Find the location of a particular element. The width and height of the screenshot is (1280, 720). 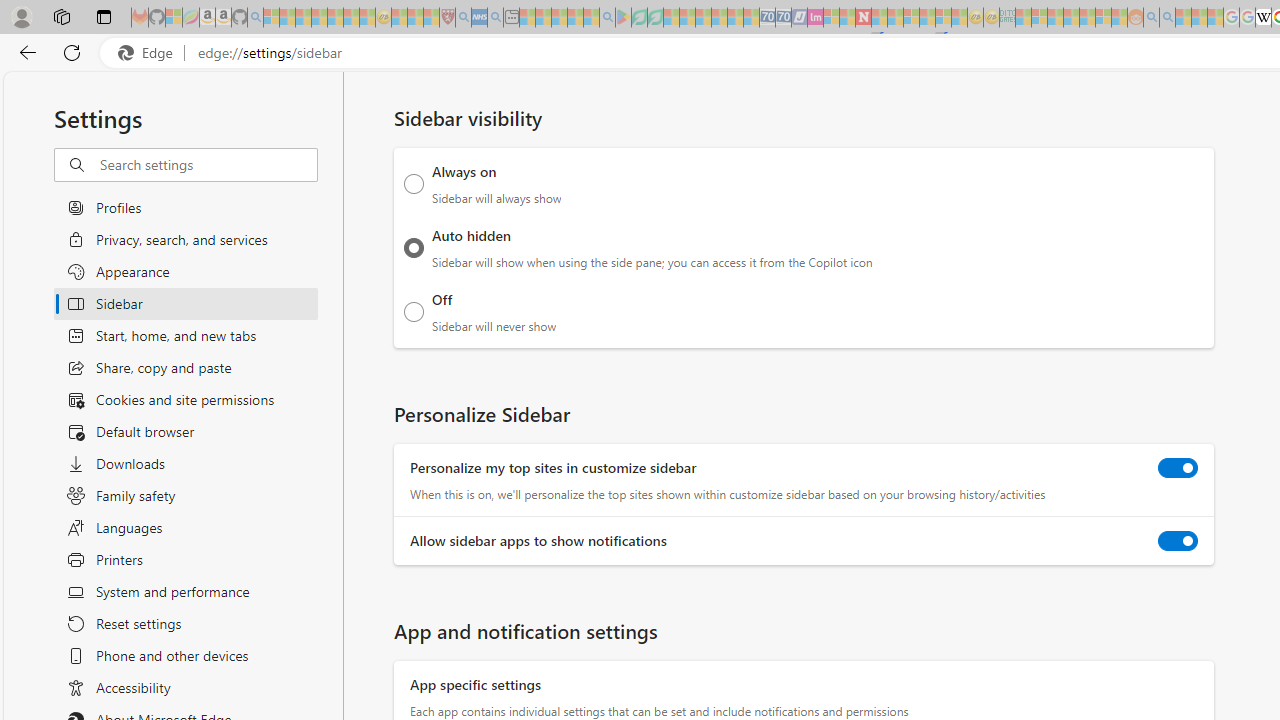

'New Report Confirms 2023 Was Record Hot | Watch - Sleeping' is located at coordinates (335, 17).